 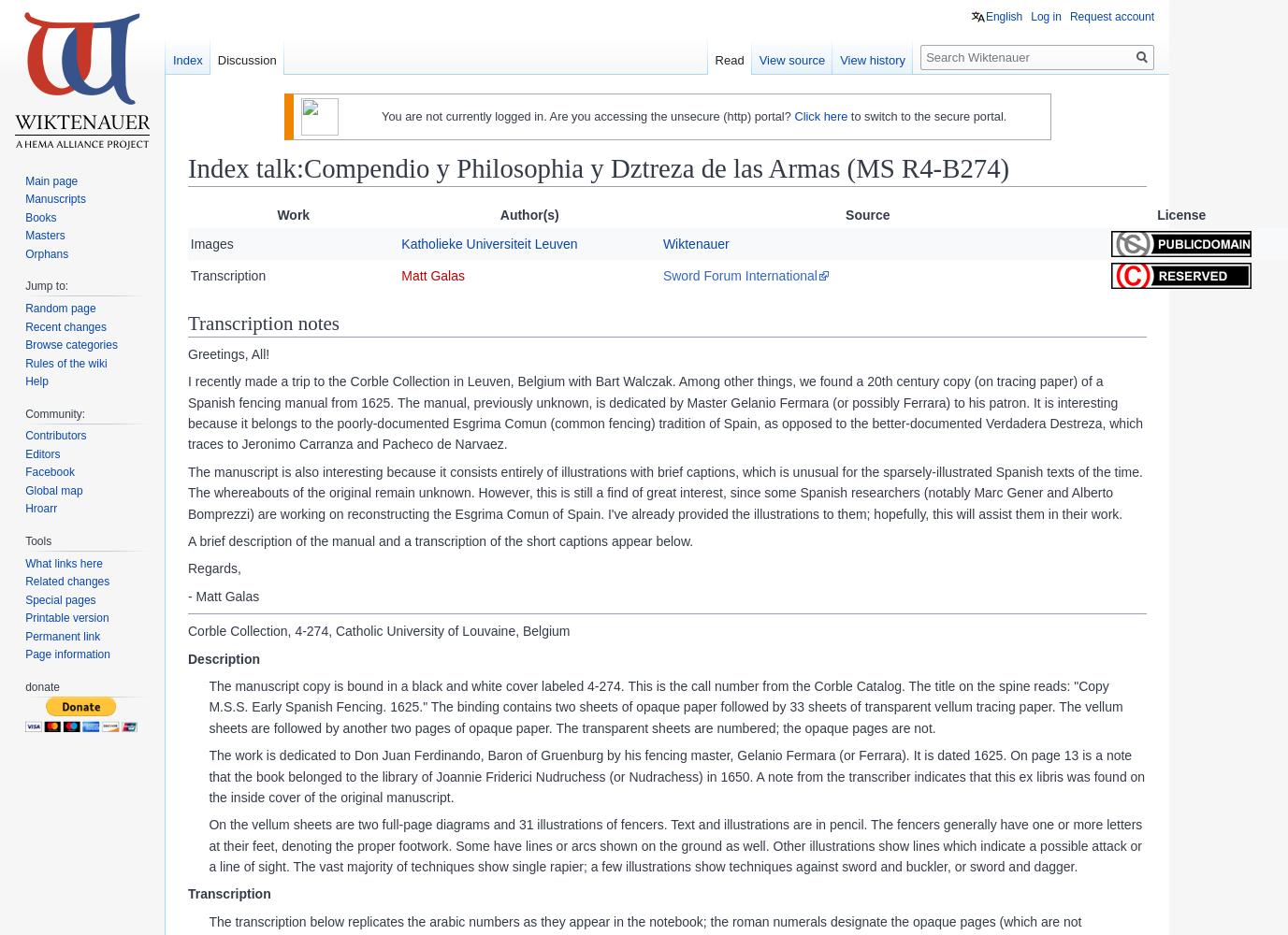 I want to click on 'Greetings, All!', so click(x=228, y=353).